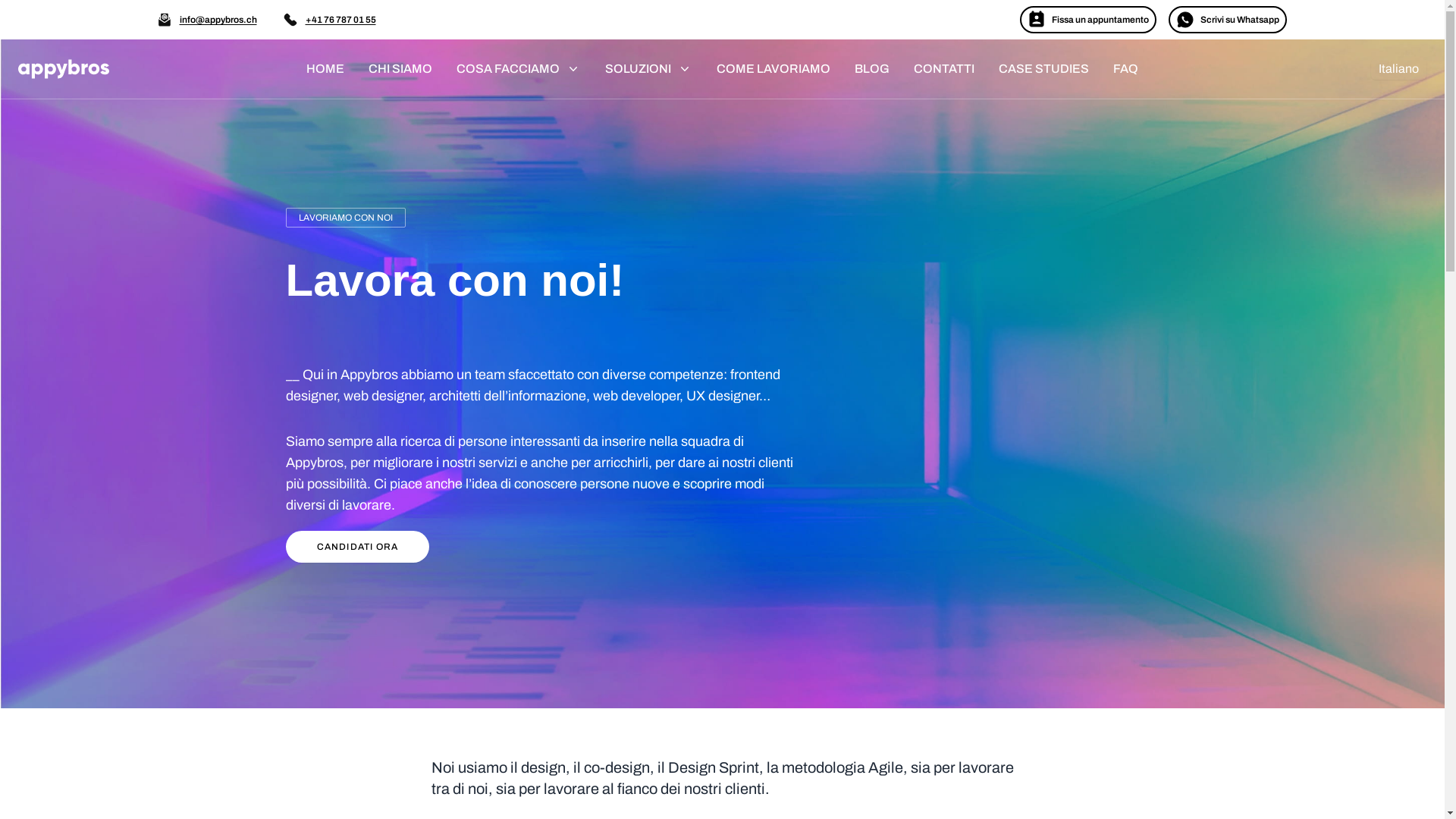  Describe the element at coordinates (773, 69) in the screenshot. I see `'COME LAVORIAMO'` at that location.